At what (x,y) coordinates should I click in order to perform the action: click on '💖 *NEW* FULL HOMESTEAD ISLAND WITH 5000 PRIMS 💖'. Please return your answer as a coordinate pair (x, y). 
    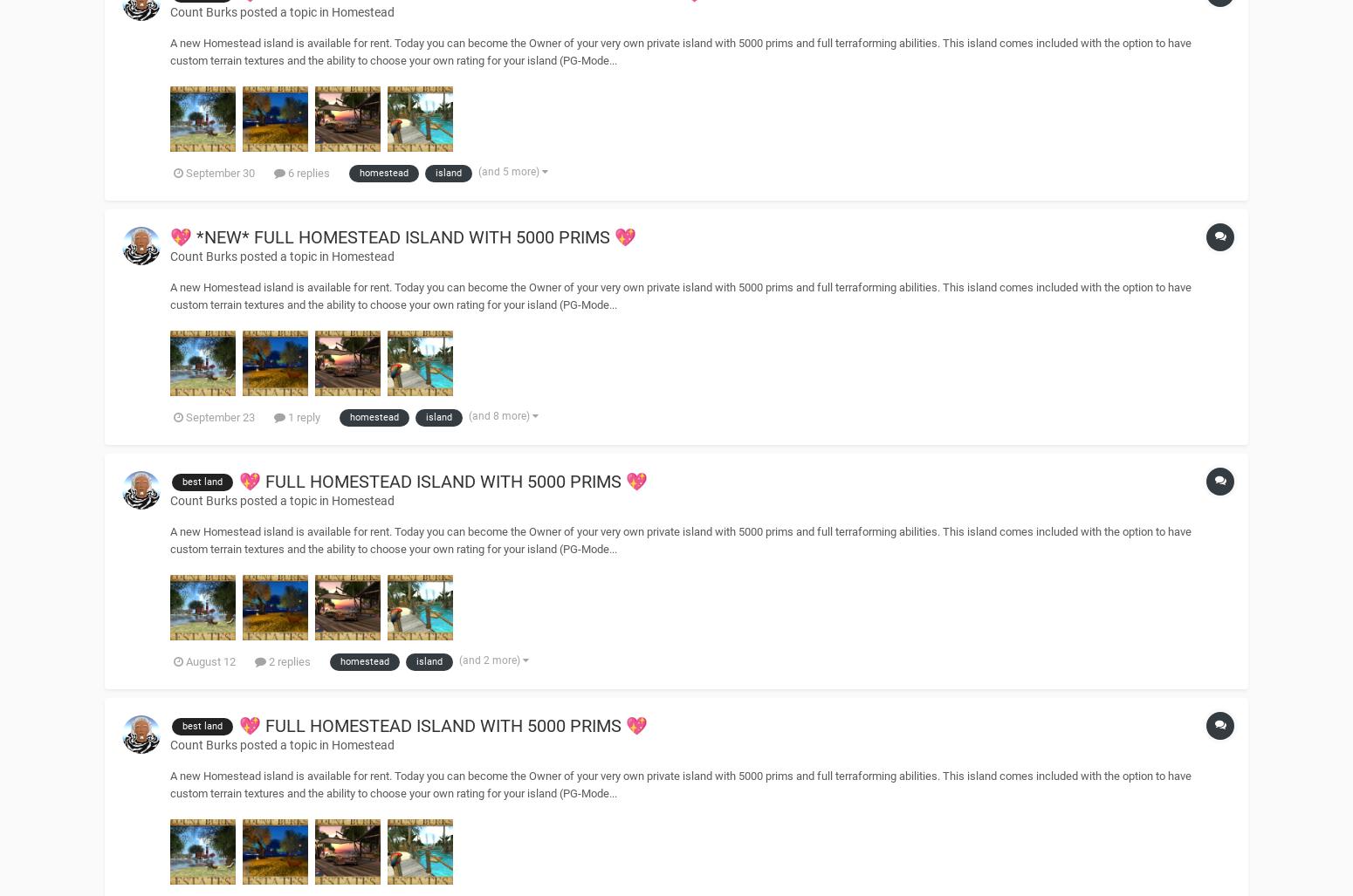
    Looking at the image, I should click on (168, 236).